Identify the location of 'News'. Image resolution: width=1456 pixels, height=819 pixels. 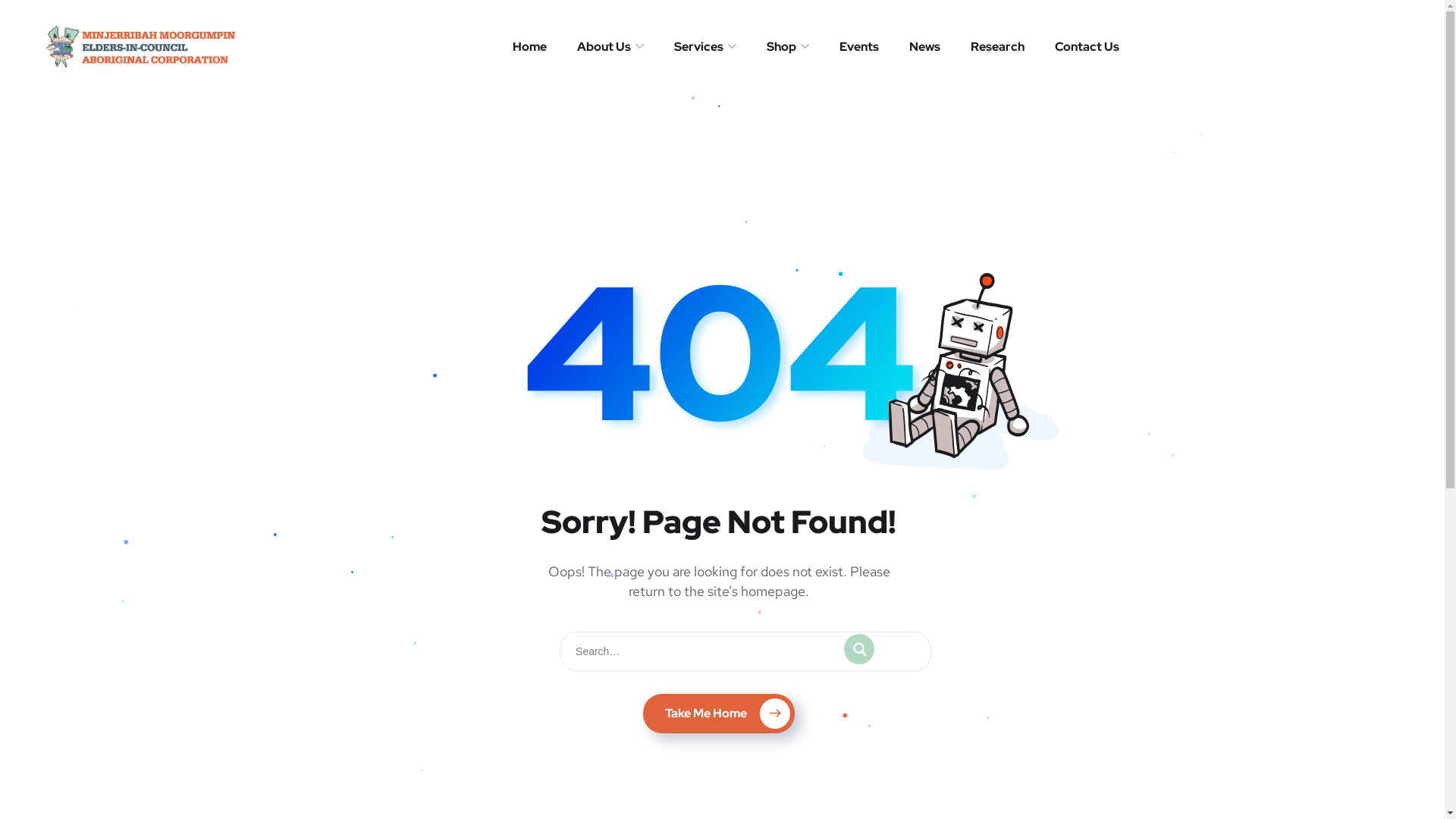
(924, 45).